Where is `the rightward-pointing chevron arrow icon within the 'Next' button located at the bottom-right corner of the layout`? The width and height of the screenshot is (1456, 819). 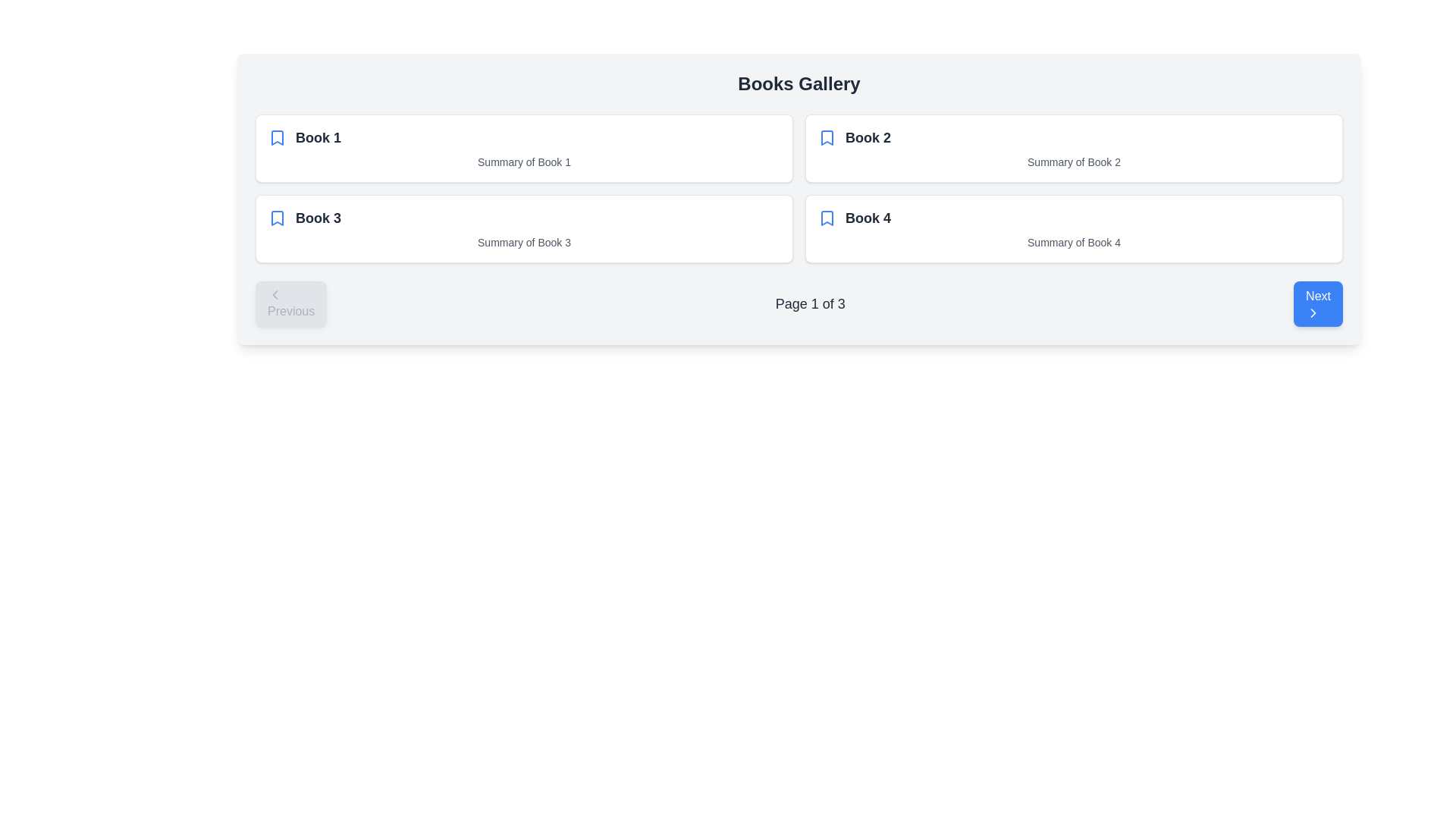
the rightward-pointing chevron arrow icon within the 'Next' button located at the bottom-right corner of the layout is located at coordinates (1313, 312).